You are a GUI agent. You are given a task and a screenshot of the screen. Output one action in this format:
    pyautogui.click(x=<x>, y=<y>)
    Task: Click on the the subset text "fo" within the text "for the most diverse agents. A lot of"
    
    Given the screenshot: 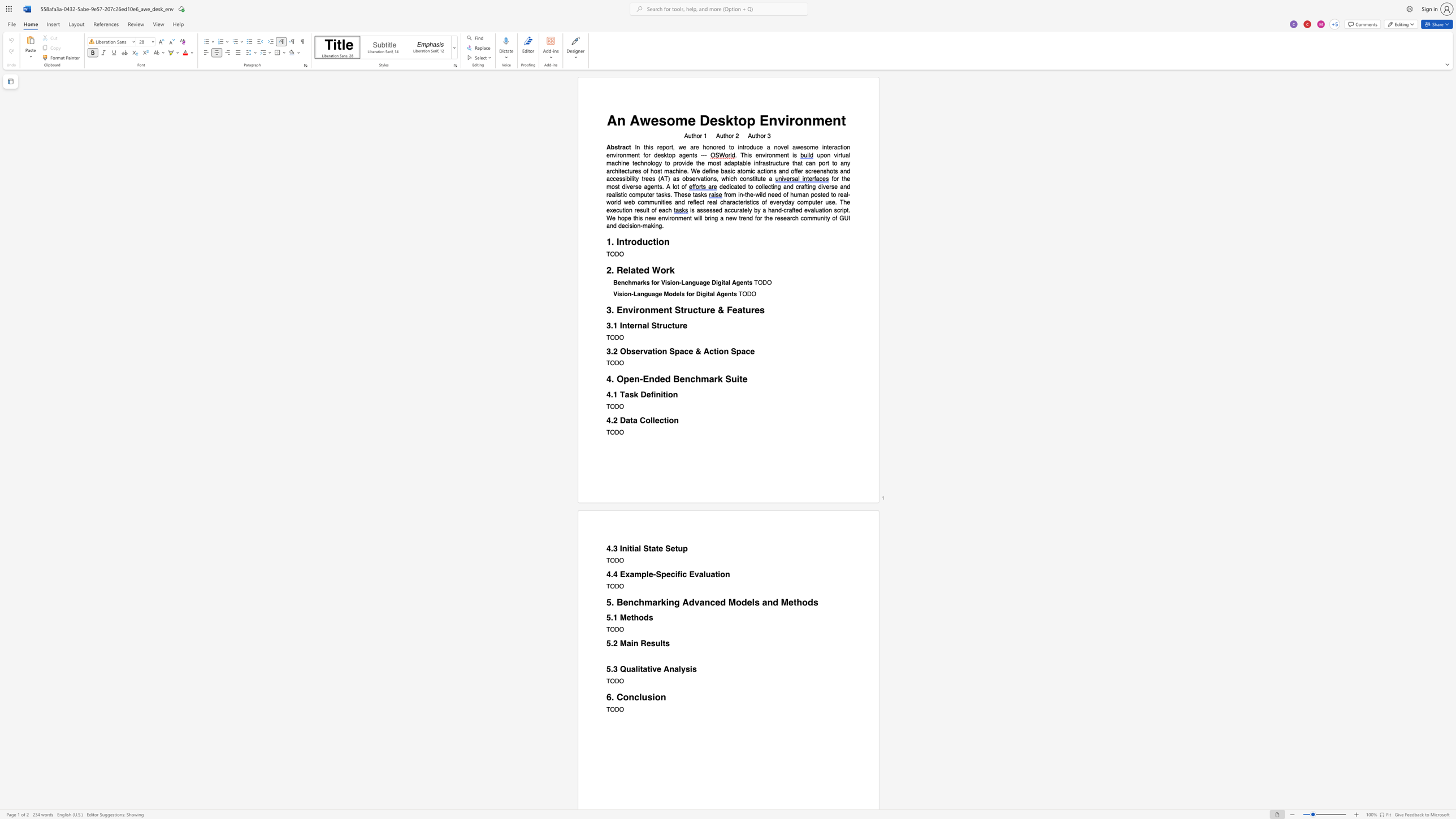 What is the action you would take?
    pyautogui.click(x=831, y=179)
    